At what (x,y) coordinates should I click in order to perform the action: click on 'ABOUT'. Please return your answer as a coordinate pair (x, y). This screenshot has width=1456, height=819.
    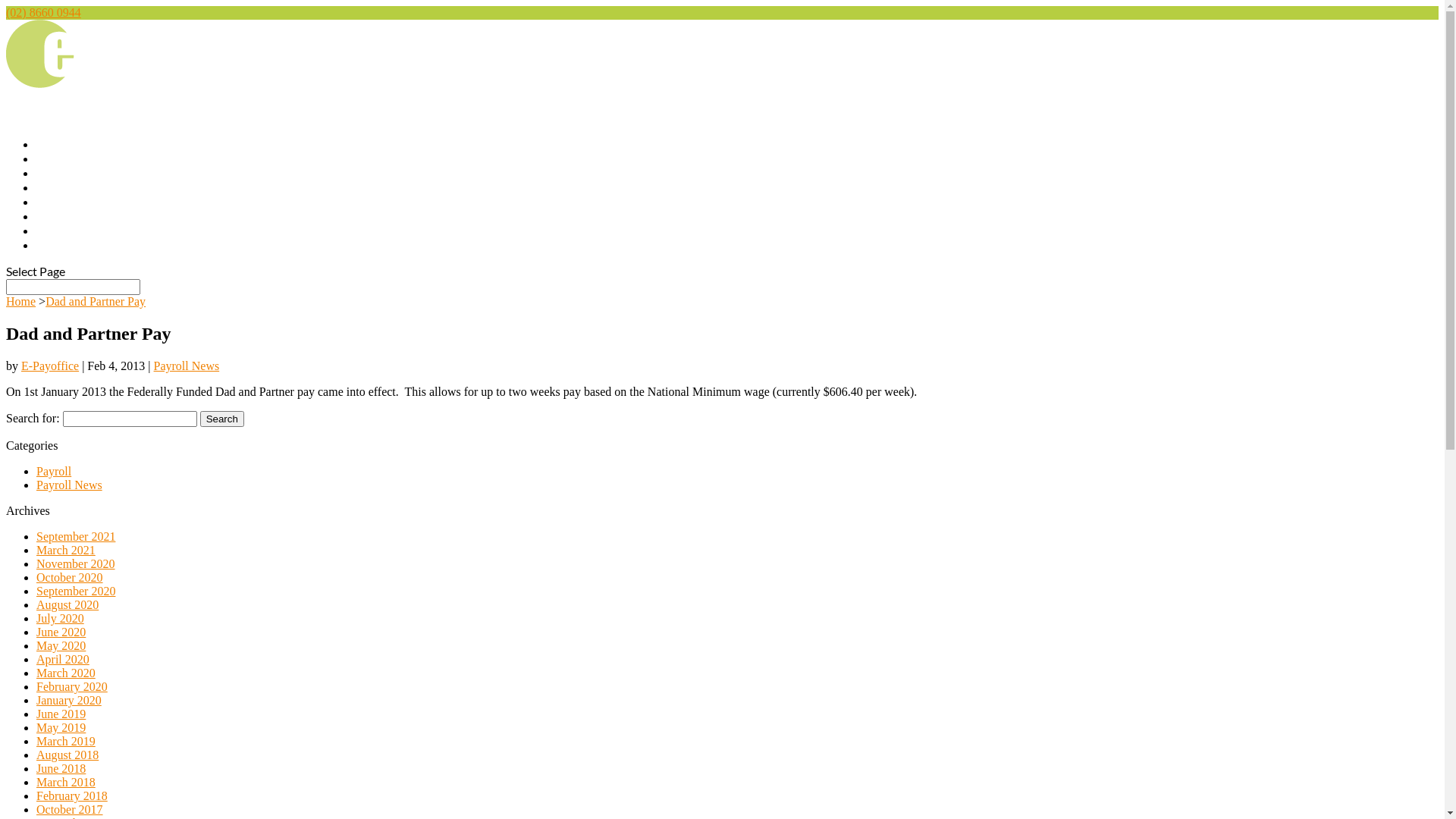
    Looking at the image, I should click on (57, 174).